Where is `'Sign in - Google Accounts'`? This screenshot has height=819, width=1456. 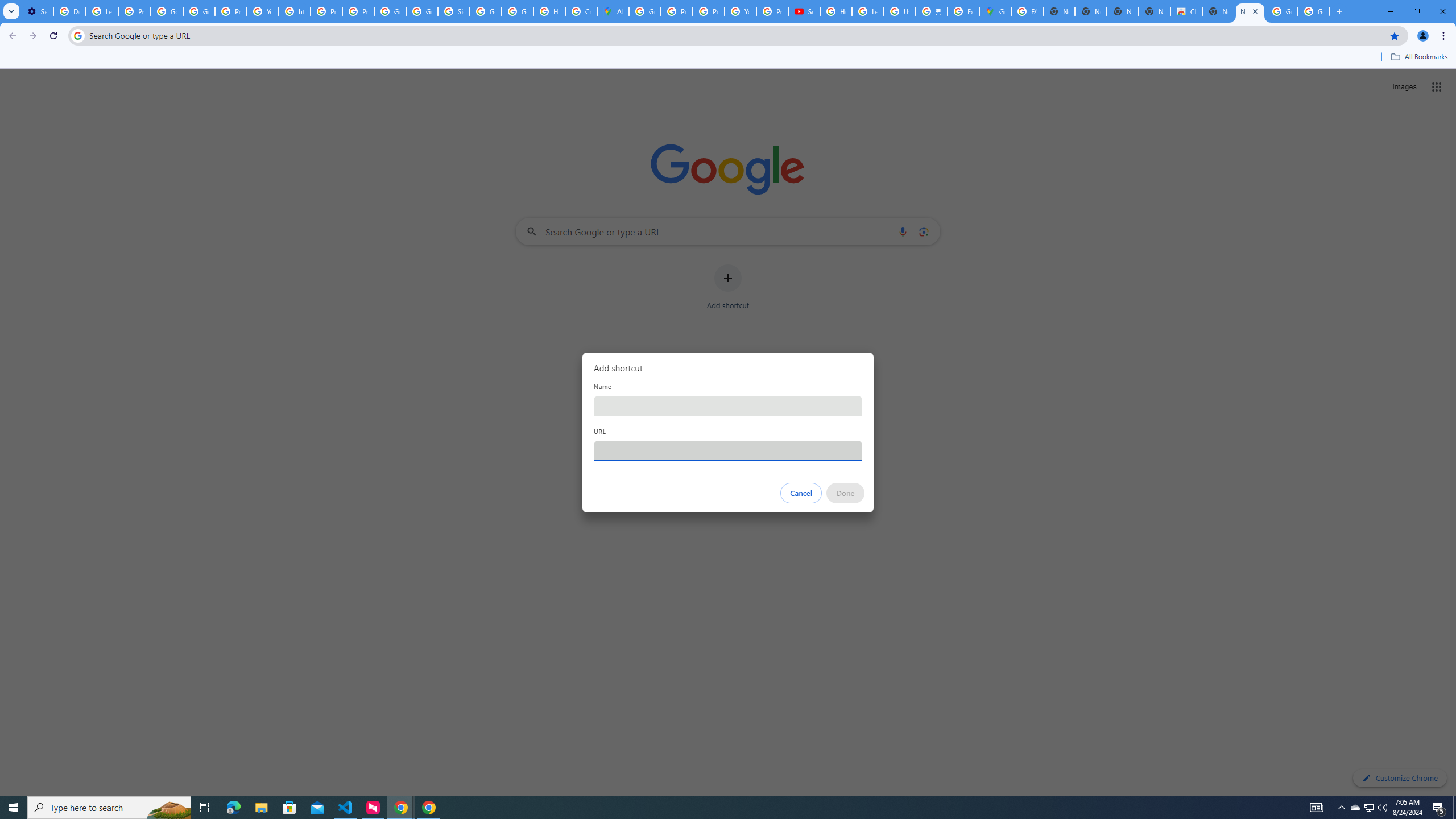
'Sign in - Google Accounts' is located at coordinates (453, 11).